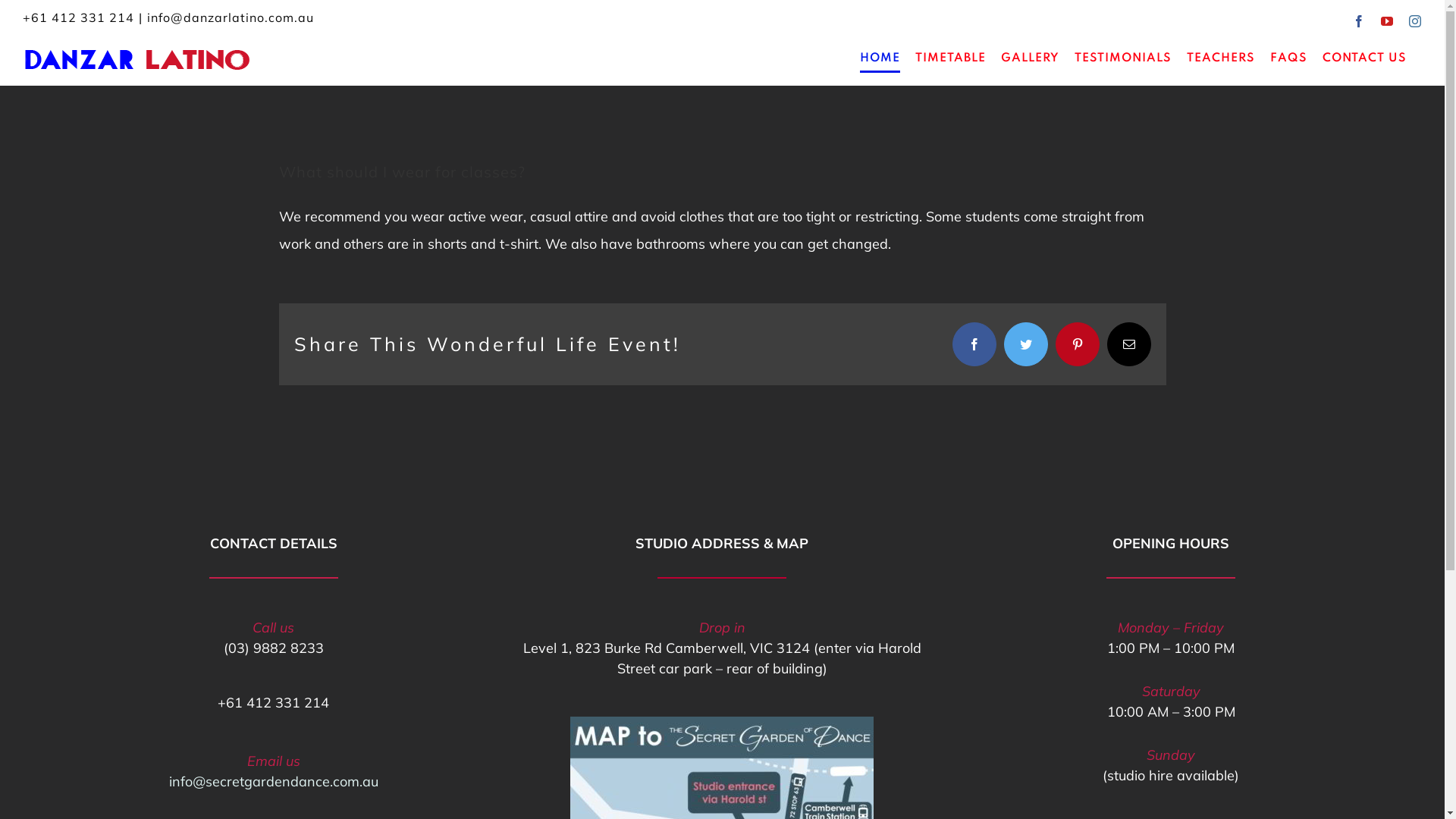  I want to click on 'info@secretgardendance.com.au', so click(168, 781).